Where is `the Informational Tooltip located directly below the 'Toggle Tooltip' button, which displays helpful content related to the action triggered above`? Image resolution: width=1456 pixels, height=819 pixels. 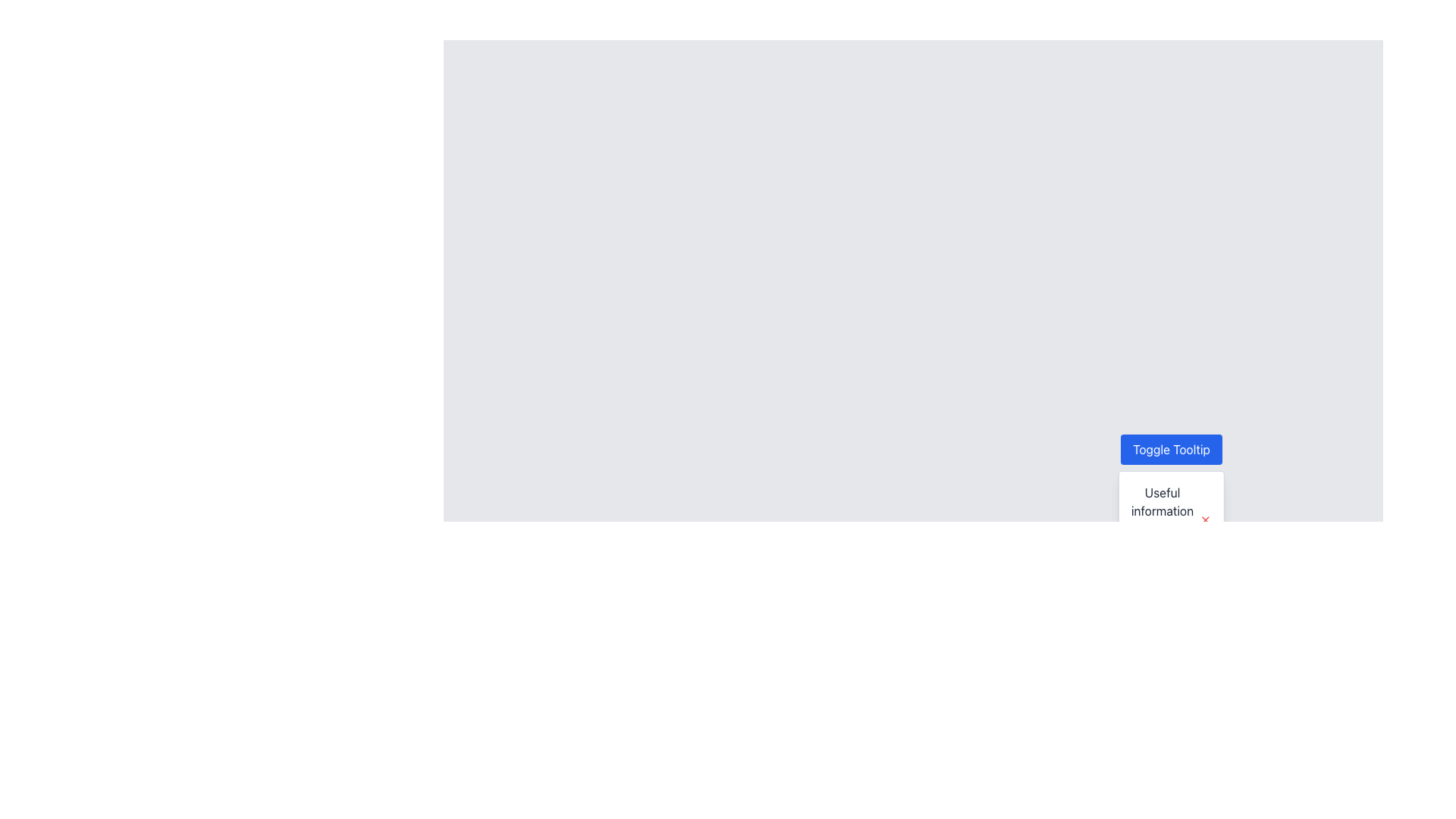
the Informational Tooltip located directly below the 'Toggle Tooltip' button, which displays helpful content related to the action triggered above is located at coordinates (1171, 519).